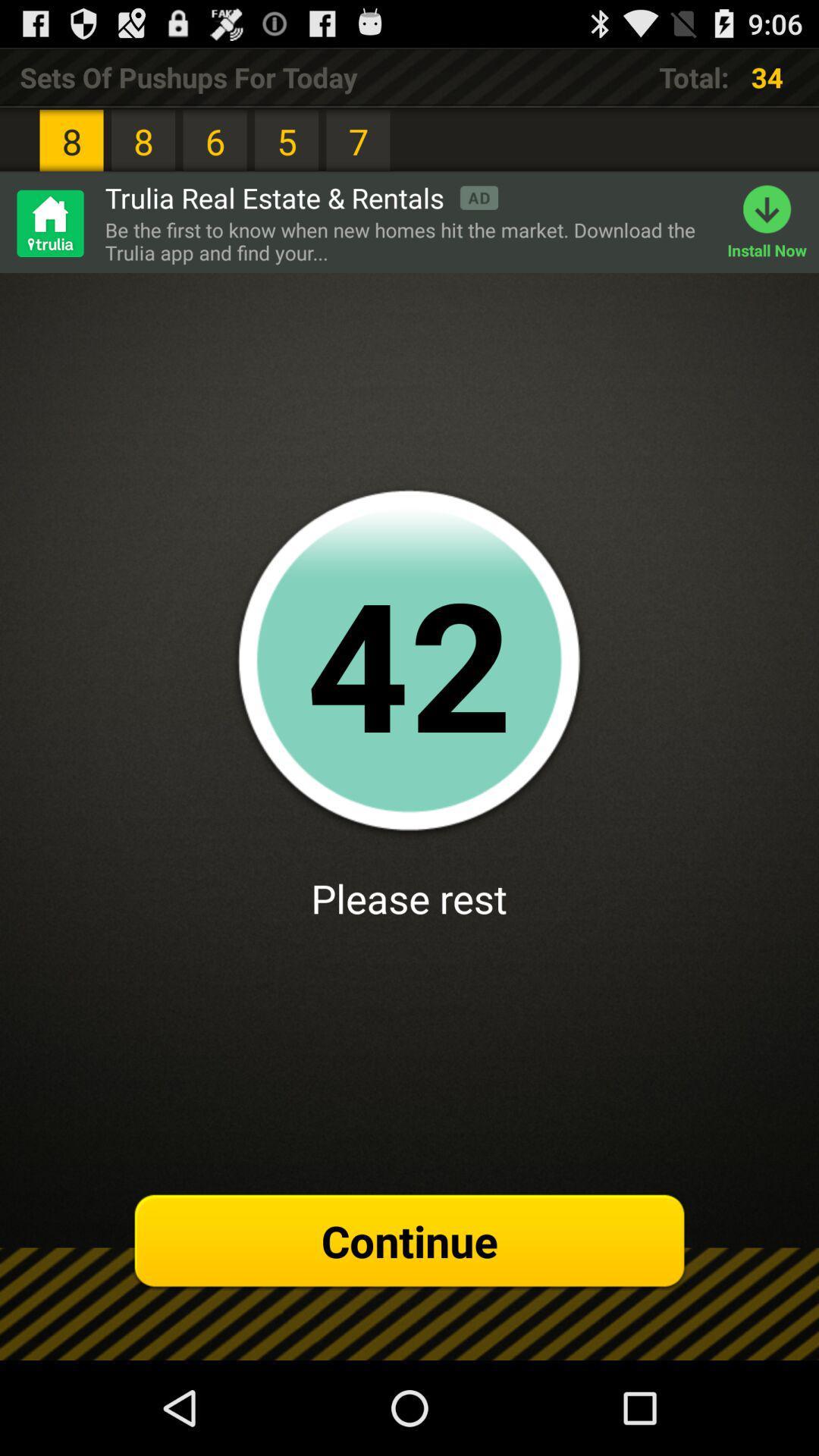  I want to click on the trulia real estate item, so click(301, 196).